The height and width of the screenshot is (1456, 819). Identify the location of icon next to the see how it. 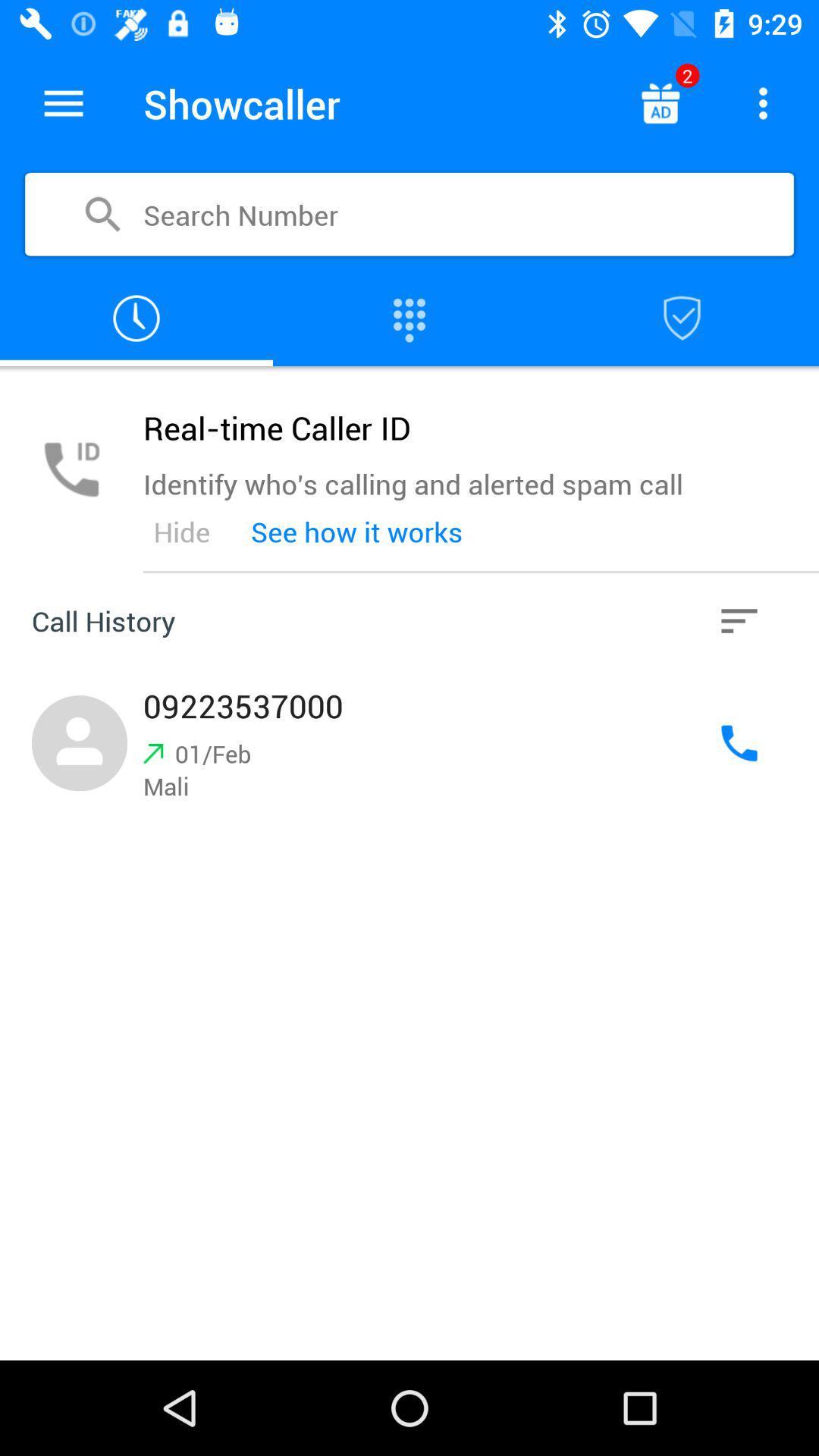
(180, 532).